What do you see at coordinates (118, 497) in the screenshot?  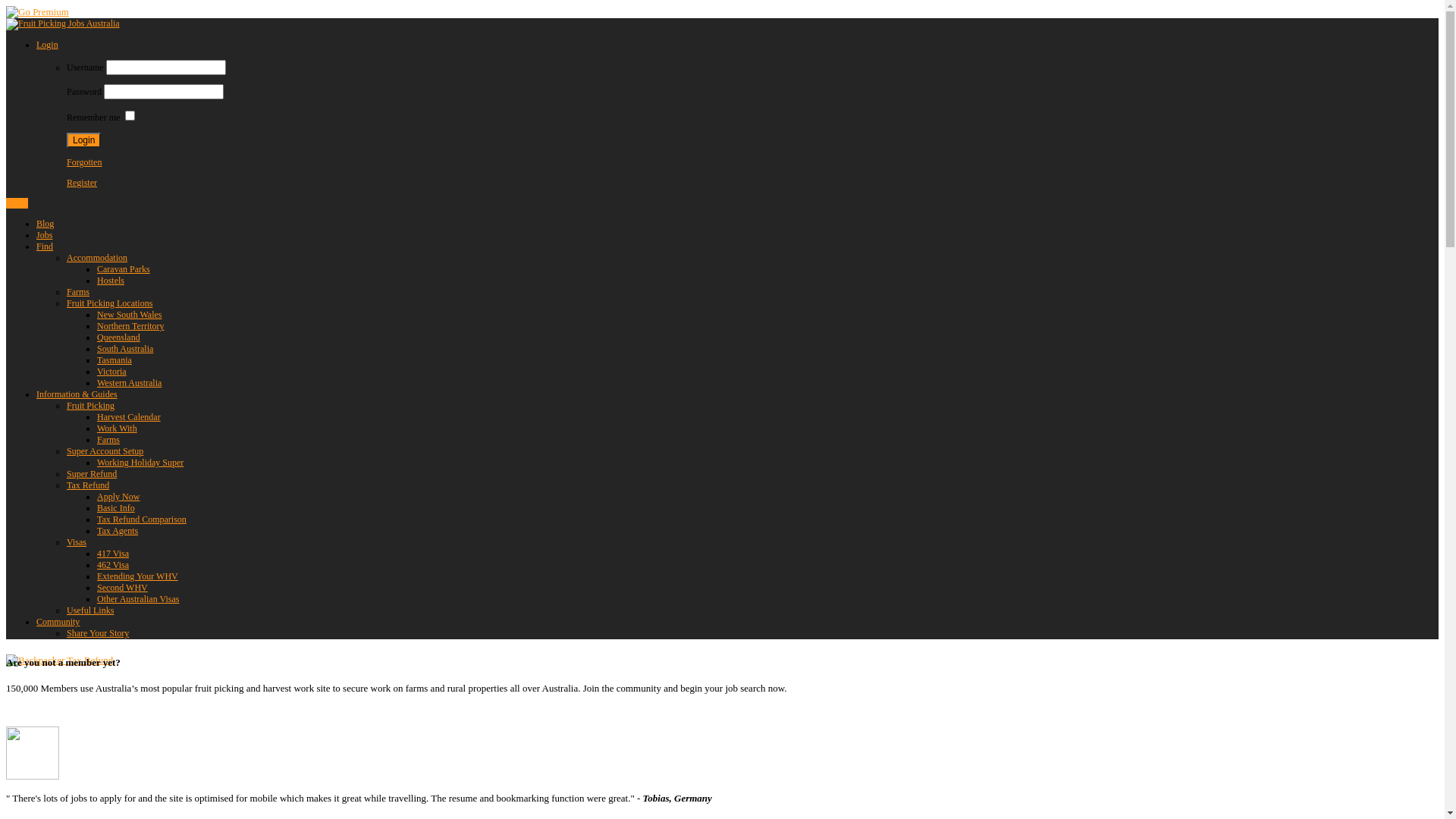 I see `'Apply Now'` at bounding box center [118, 497].